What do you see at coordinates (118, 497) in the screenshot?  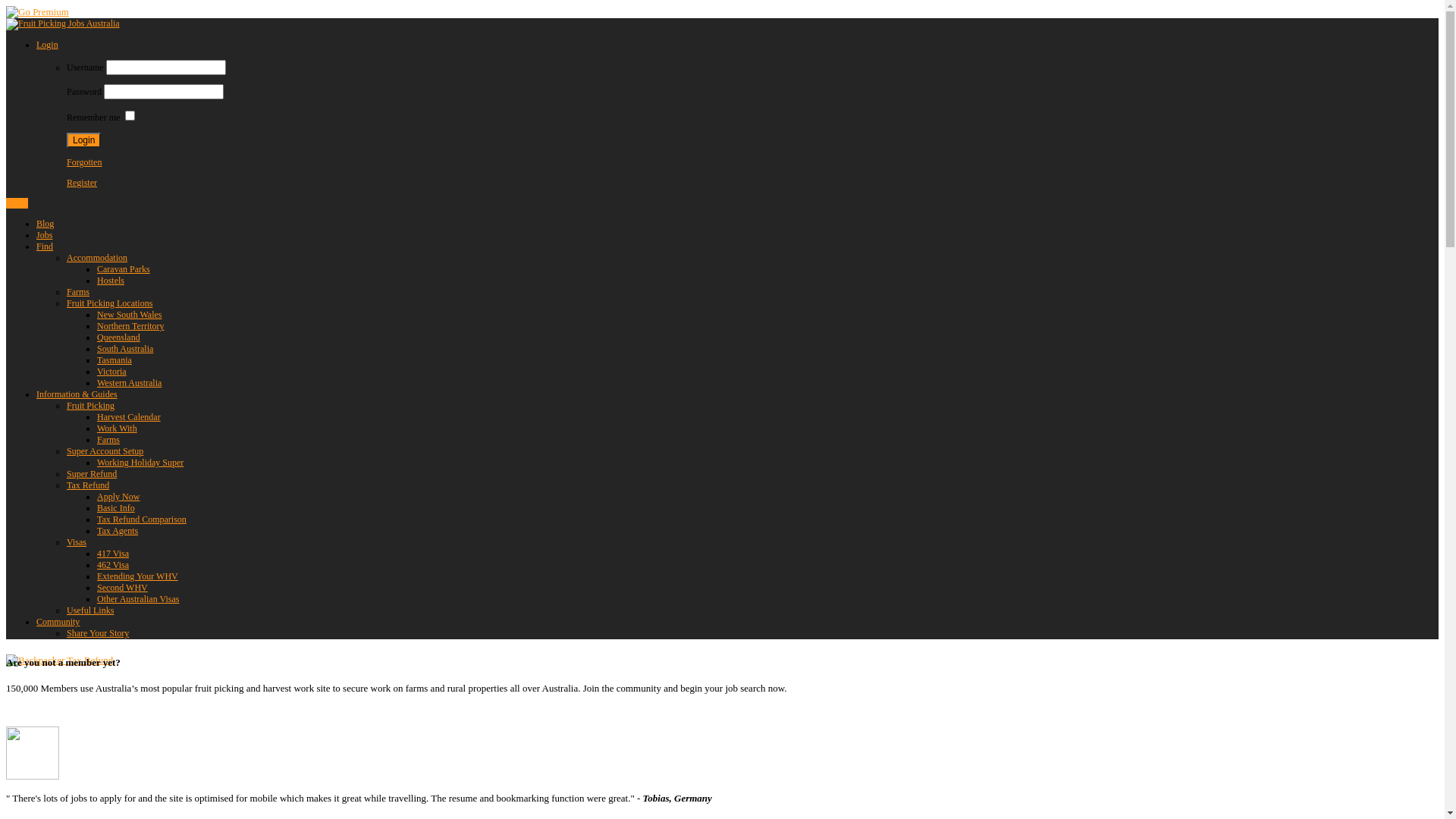 I see `'Apply Now'` at bounding box center [118, 497].